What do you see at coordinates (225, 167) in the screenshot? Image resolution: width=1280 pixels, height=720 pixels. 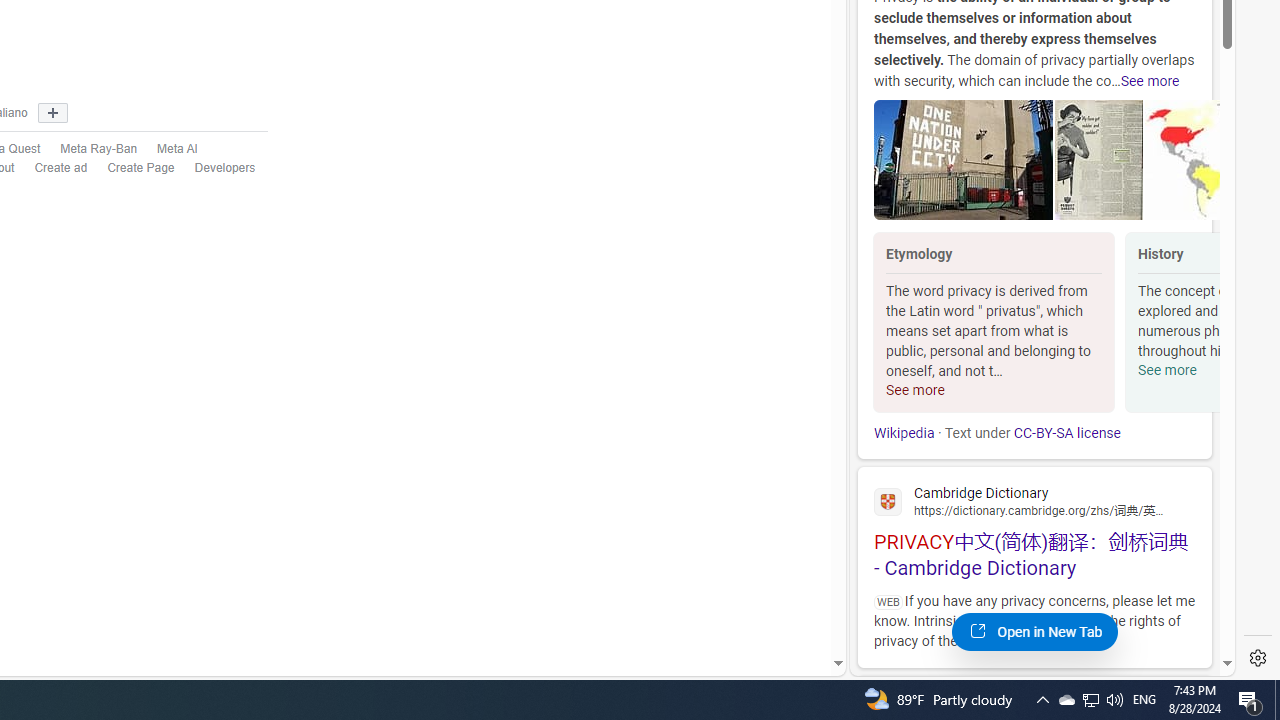 I see `'Developers'` at bounding box center [225, 167].